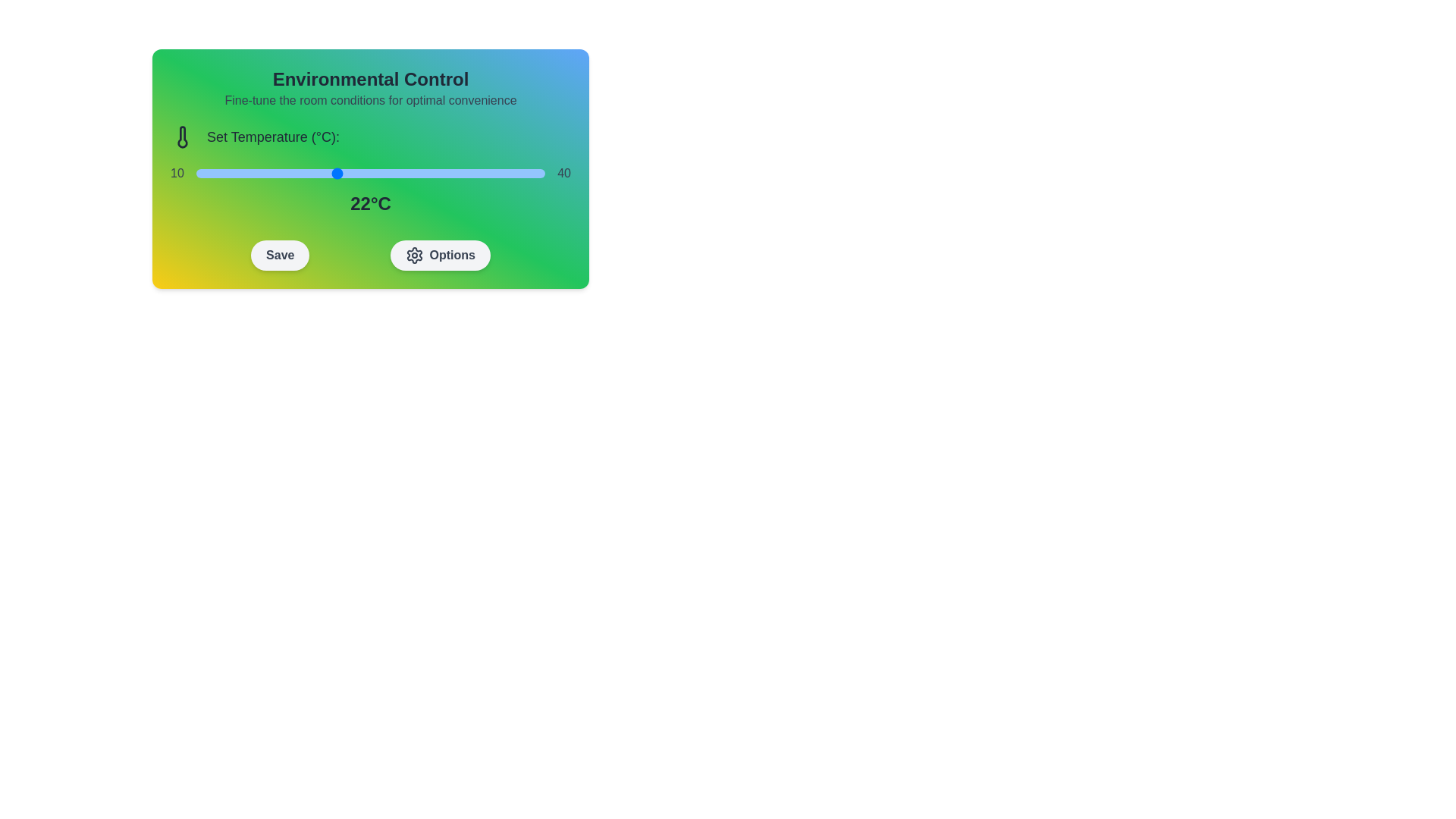 This screenshot has width=1456, height=819. What do you see at coordinates (439, 172) in the screenshot?
I see `the temperature` at bounding box center [439, 172].